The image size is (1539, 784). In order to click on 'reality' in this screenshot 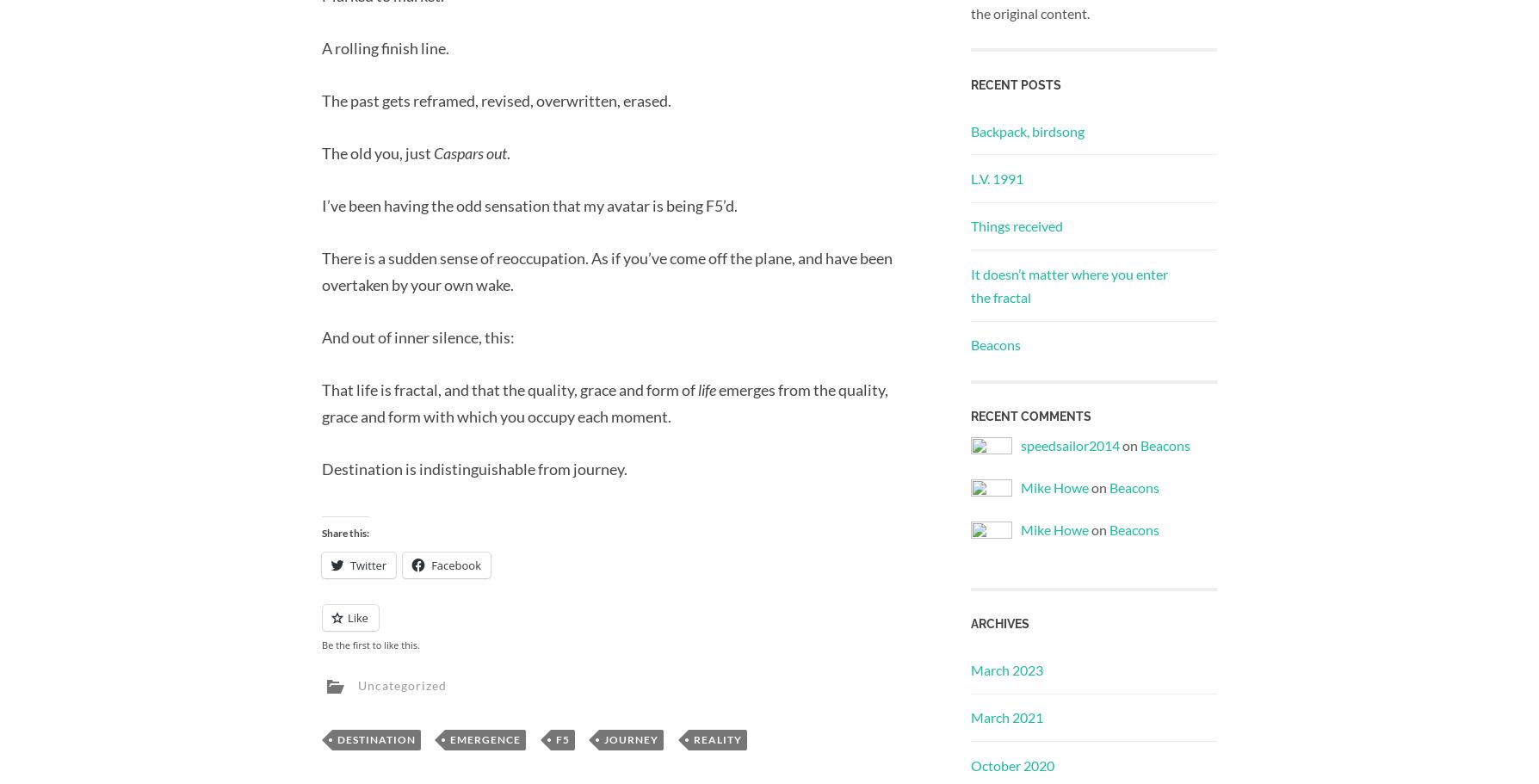, I will do `click(716, 739)`.